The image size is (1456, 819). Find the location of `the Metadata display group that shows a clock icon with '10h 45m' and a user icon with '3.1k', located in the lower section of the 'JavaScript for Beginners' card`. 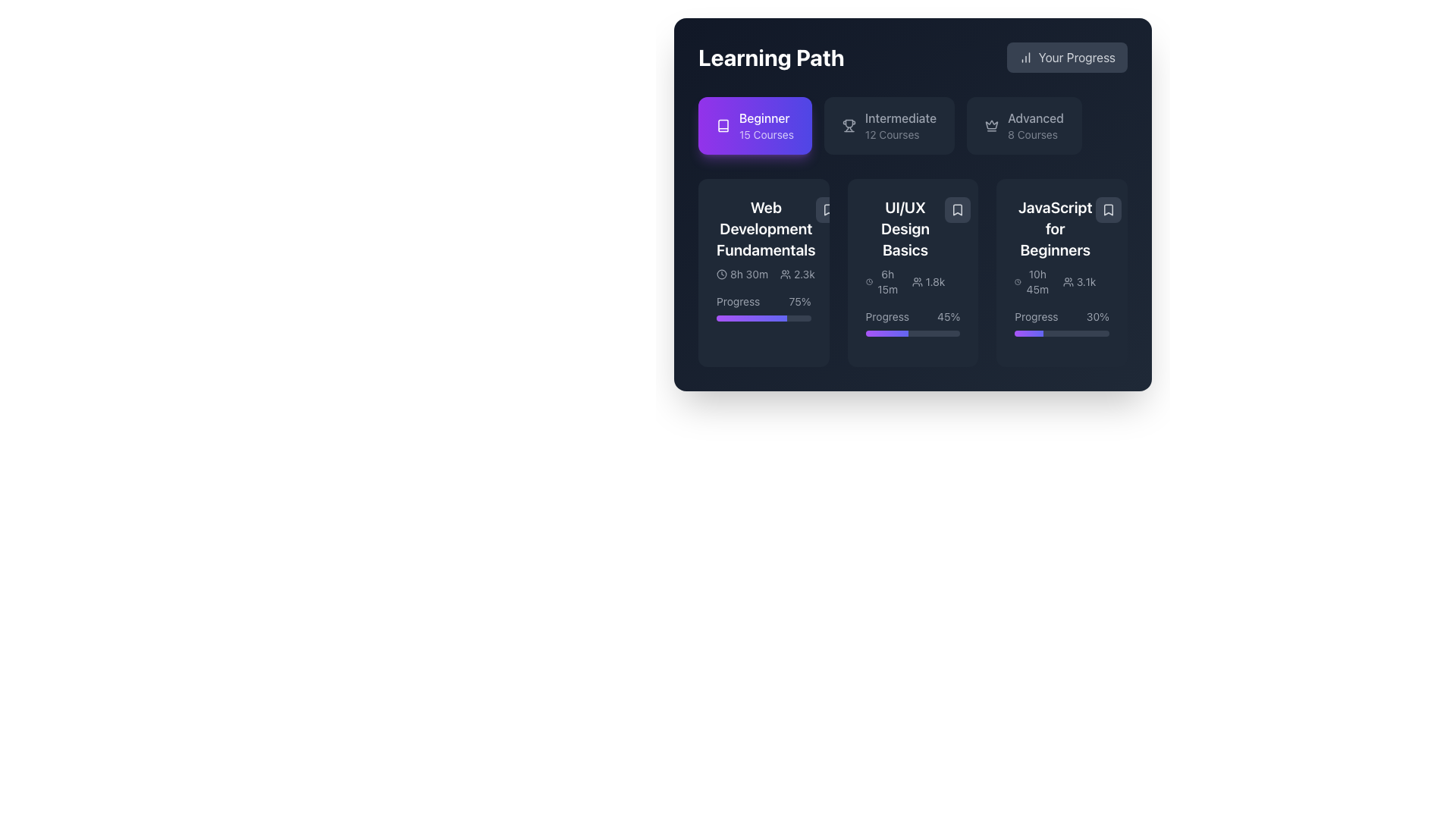

the Metadata display group that shows a clock icon with '10h 45m' and a user icon with '3.1k', located in the lower section of the 'JavaScript for Beginners' card is located at coordinates (1054, 281).